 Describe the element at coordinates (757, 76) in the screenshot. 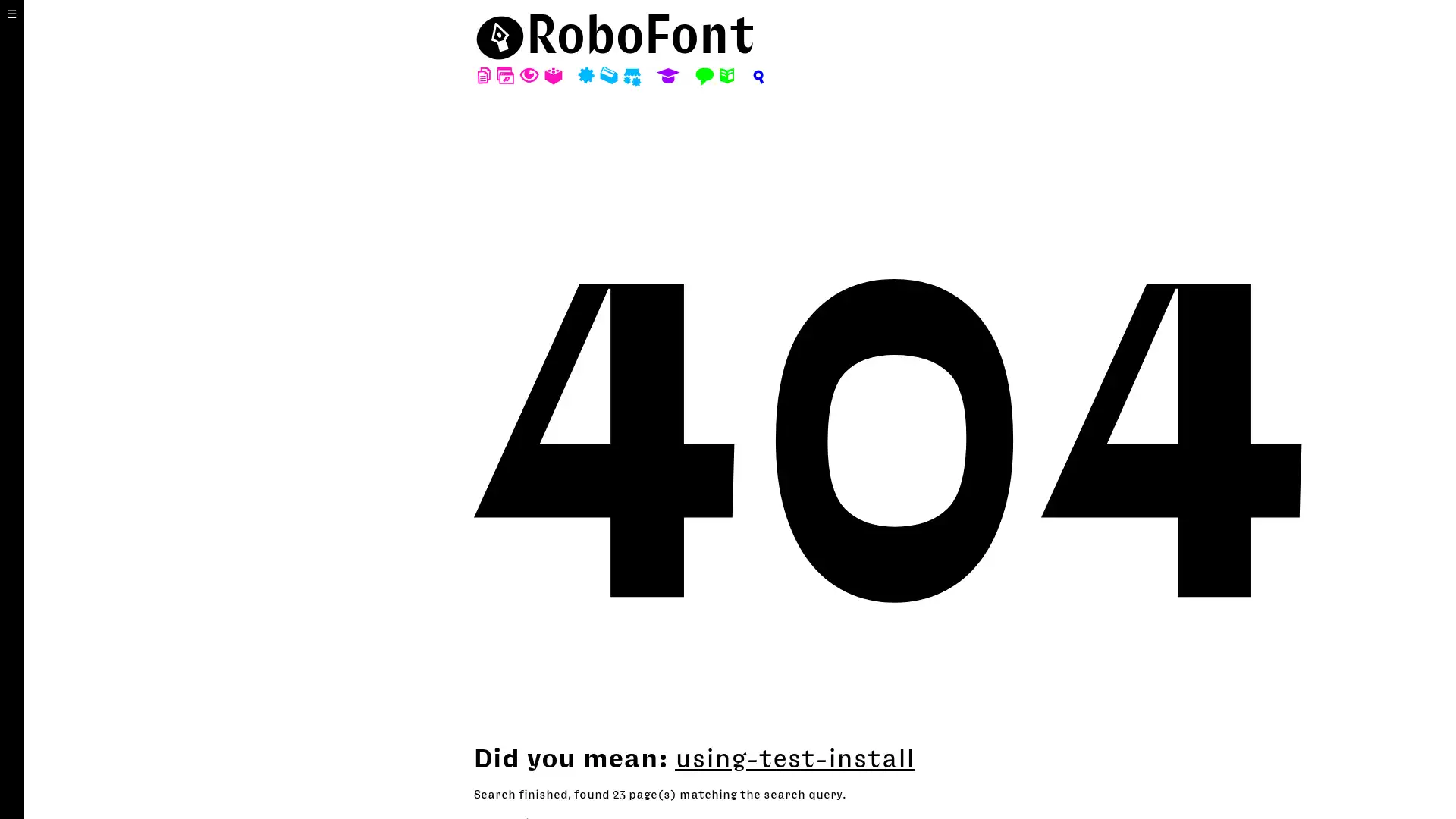

I see `?` at that location.